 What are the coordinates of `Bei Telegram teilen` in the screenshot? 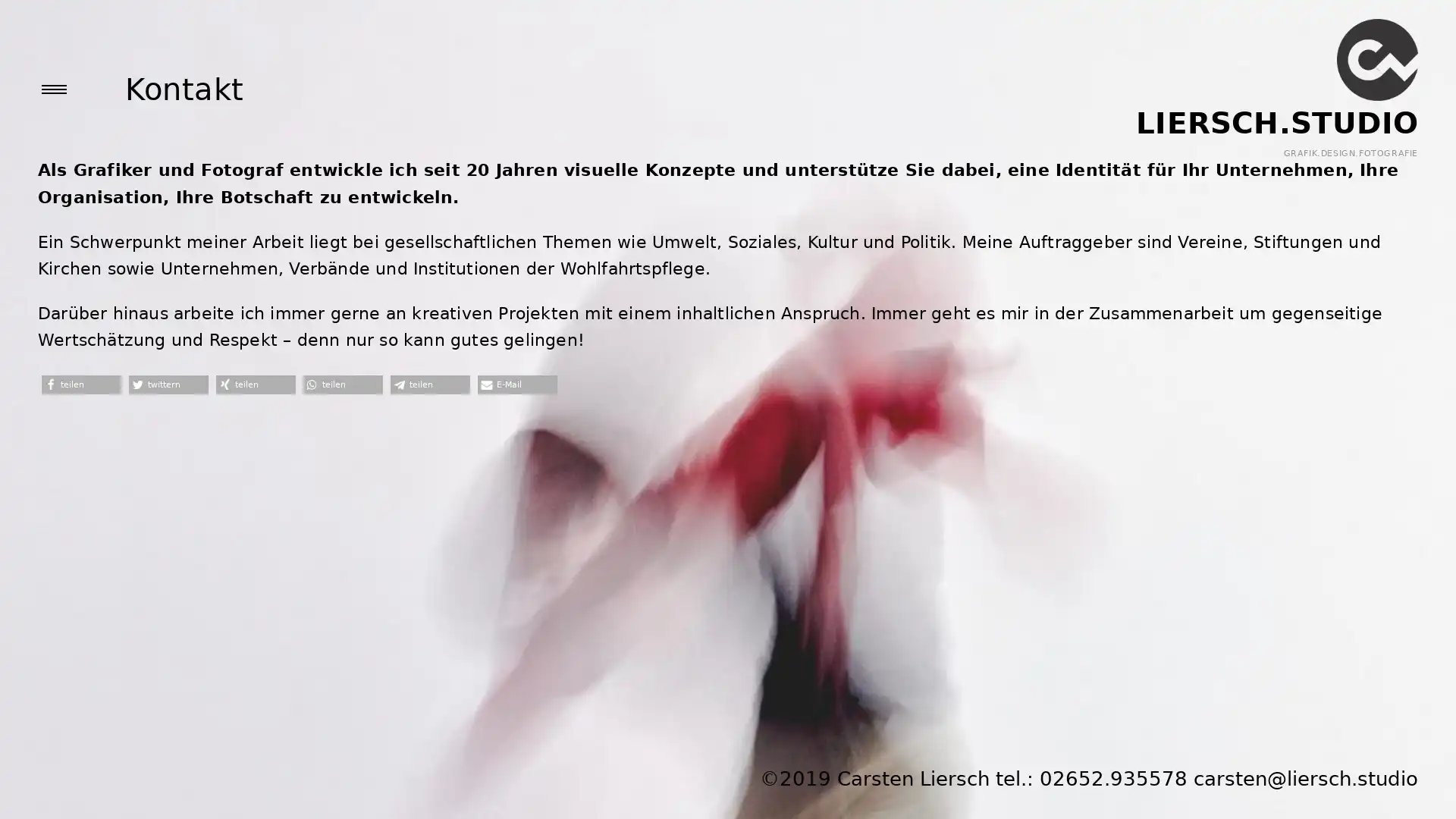 It's located at (429, 570).